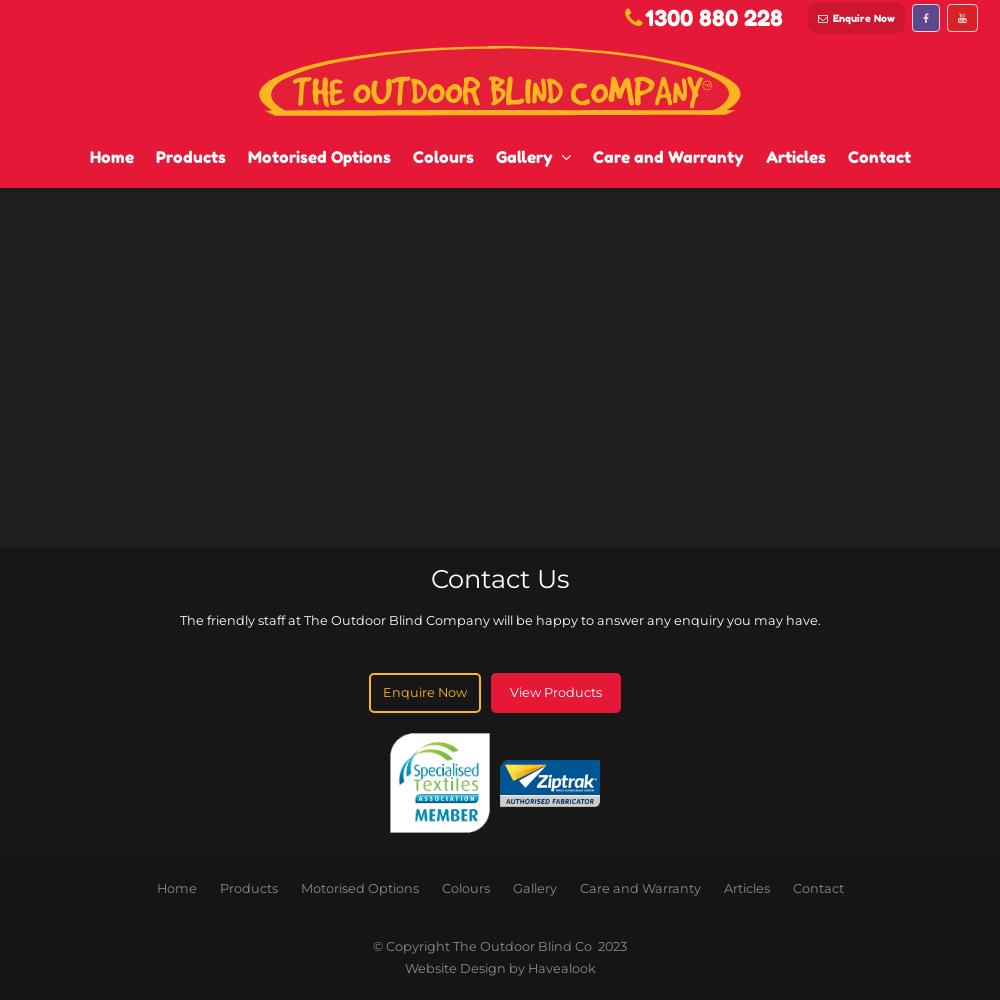 The height and width of the screenshot is (1000, 1000). What do you see at coordinates (534, 888) in the screenshot?
I see `'Gallery'` at bounding box center [534, 888].